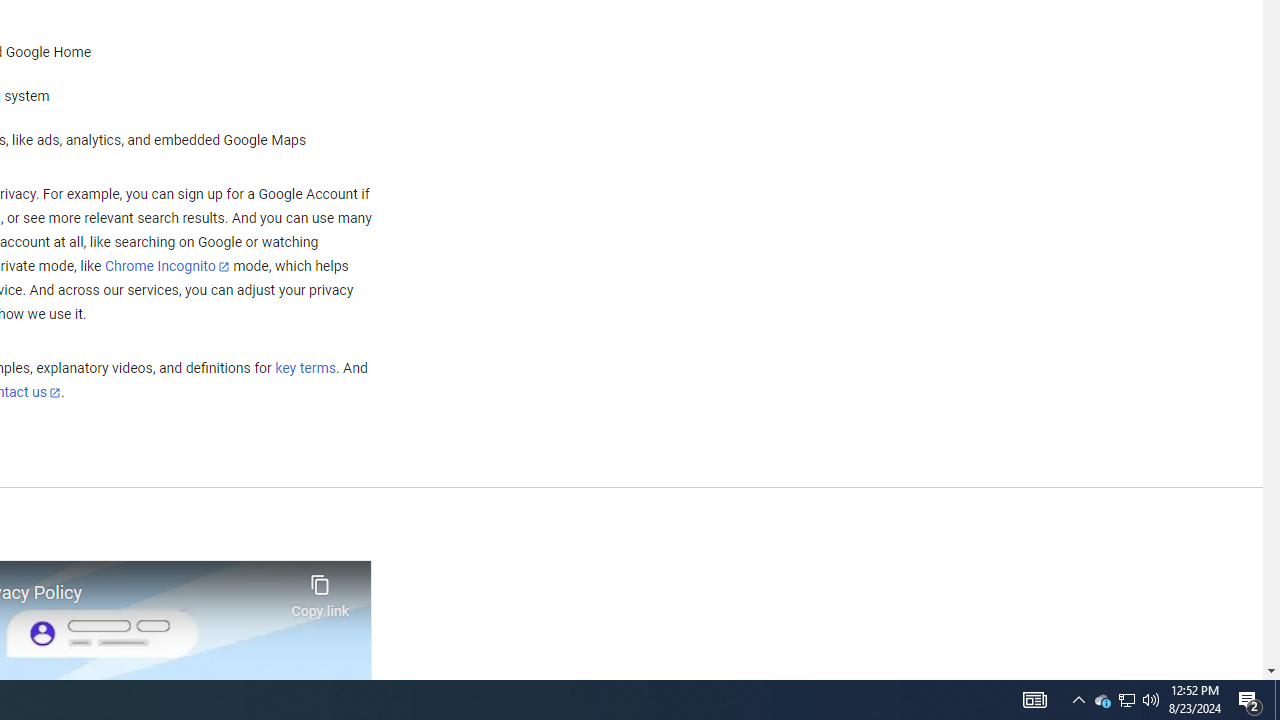 This screenshot has width=1280, height=720. I want to click on 'Copy link', so click(320, 590).